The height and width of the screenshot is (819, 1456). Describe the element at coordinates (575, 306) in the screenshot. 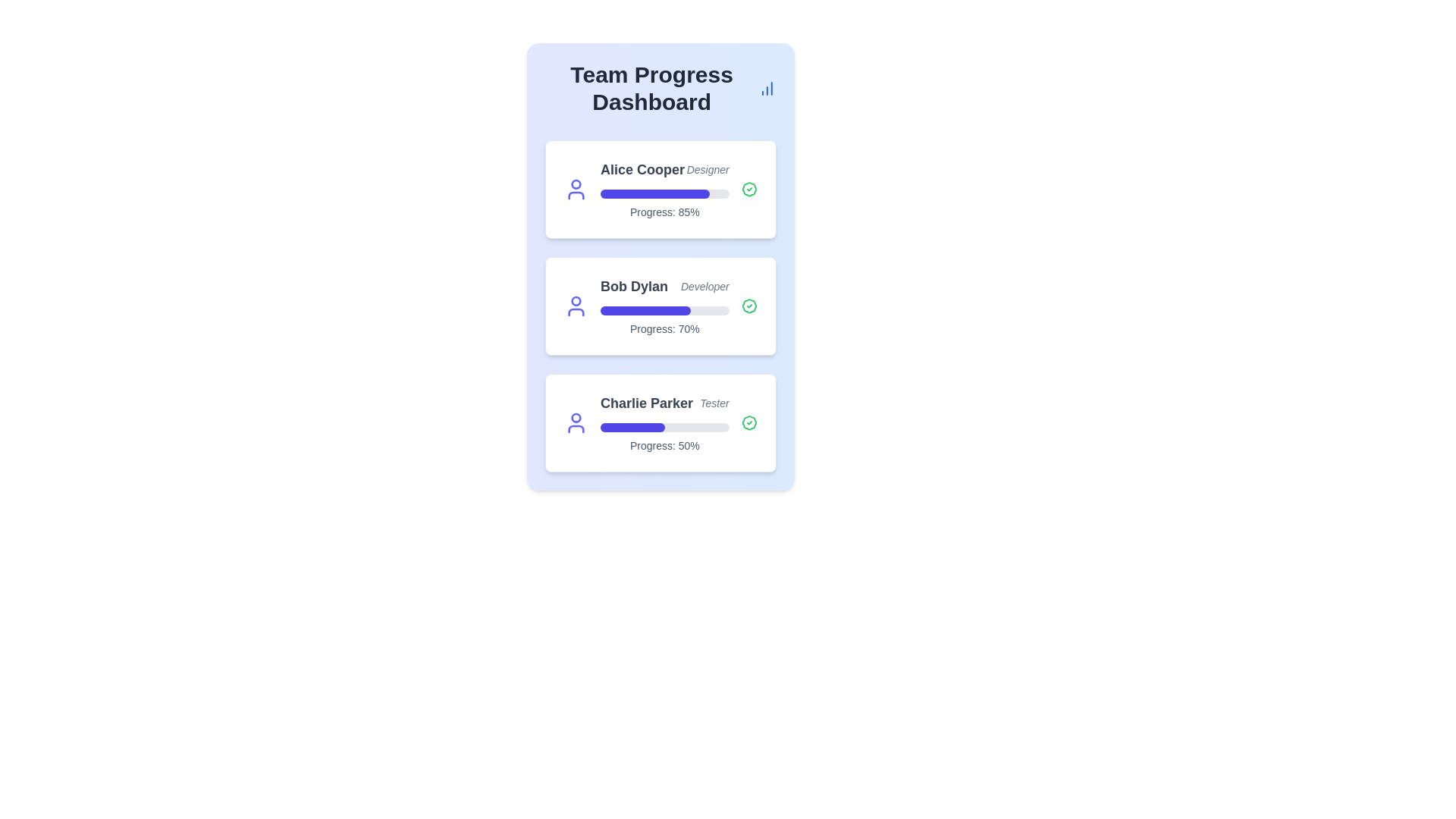

I see `the user icon representing Bob Dylan, located on the left side above the progress bar, adjacent to the name and role information` at that location.